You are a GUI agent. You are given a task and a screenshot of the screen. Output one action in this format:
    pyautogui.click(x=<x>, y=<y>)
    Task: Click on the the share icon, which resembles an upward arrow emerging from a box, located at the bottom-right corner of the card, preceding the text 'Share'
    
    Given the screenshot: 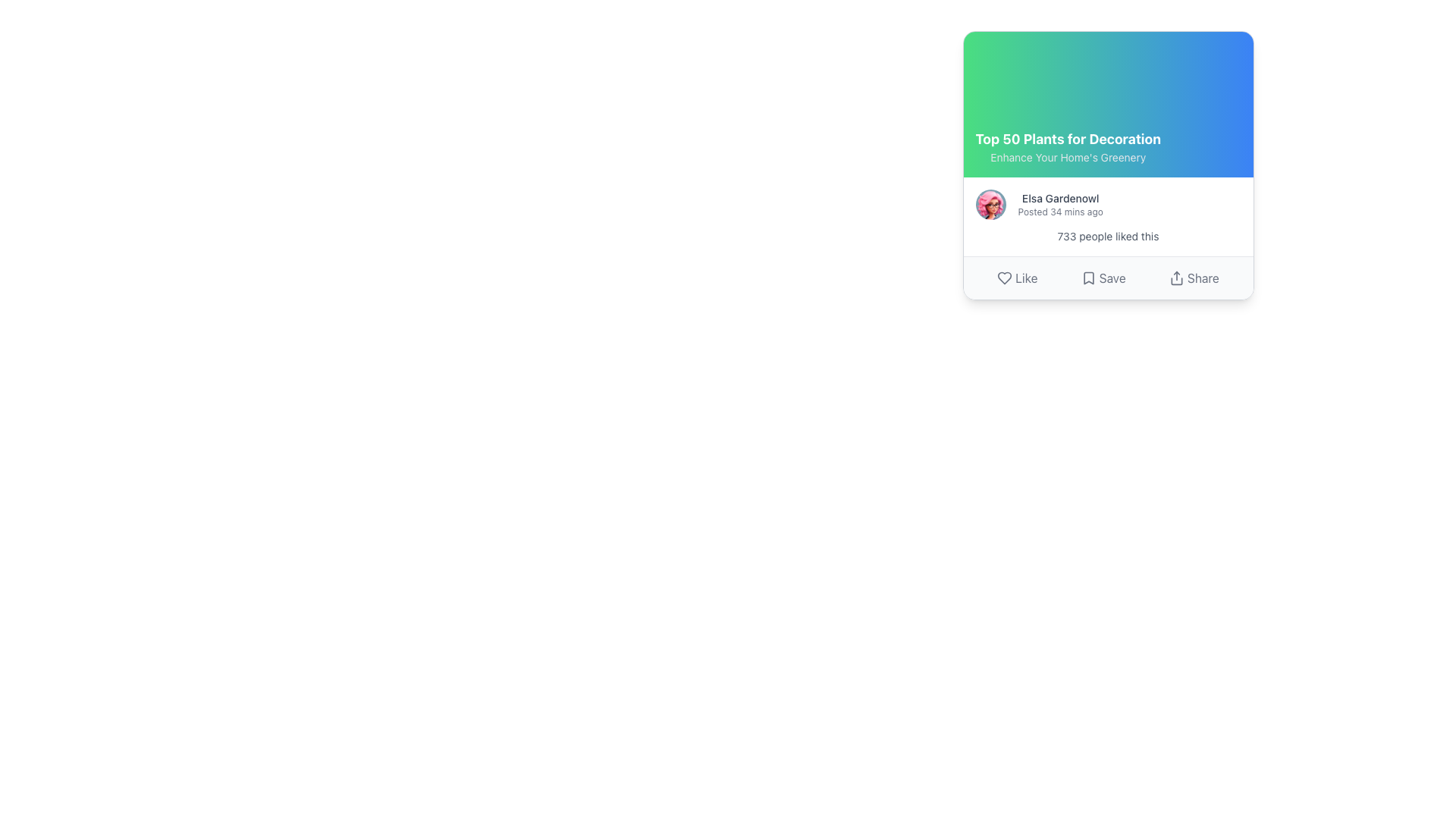 What is the action you would take?
    pyautogui.click(x=1175, y=278)
    